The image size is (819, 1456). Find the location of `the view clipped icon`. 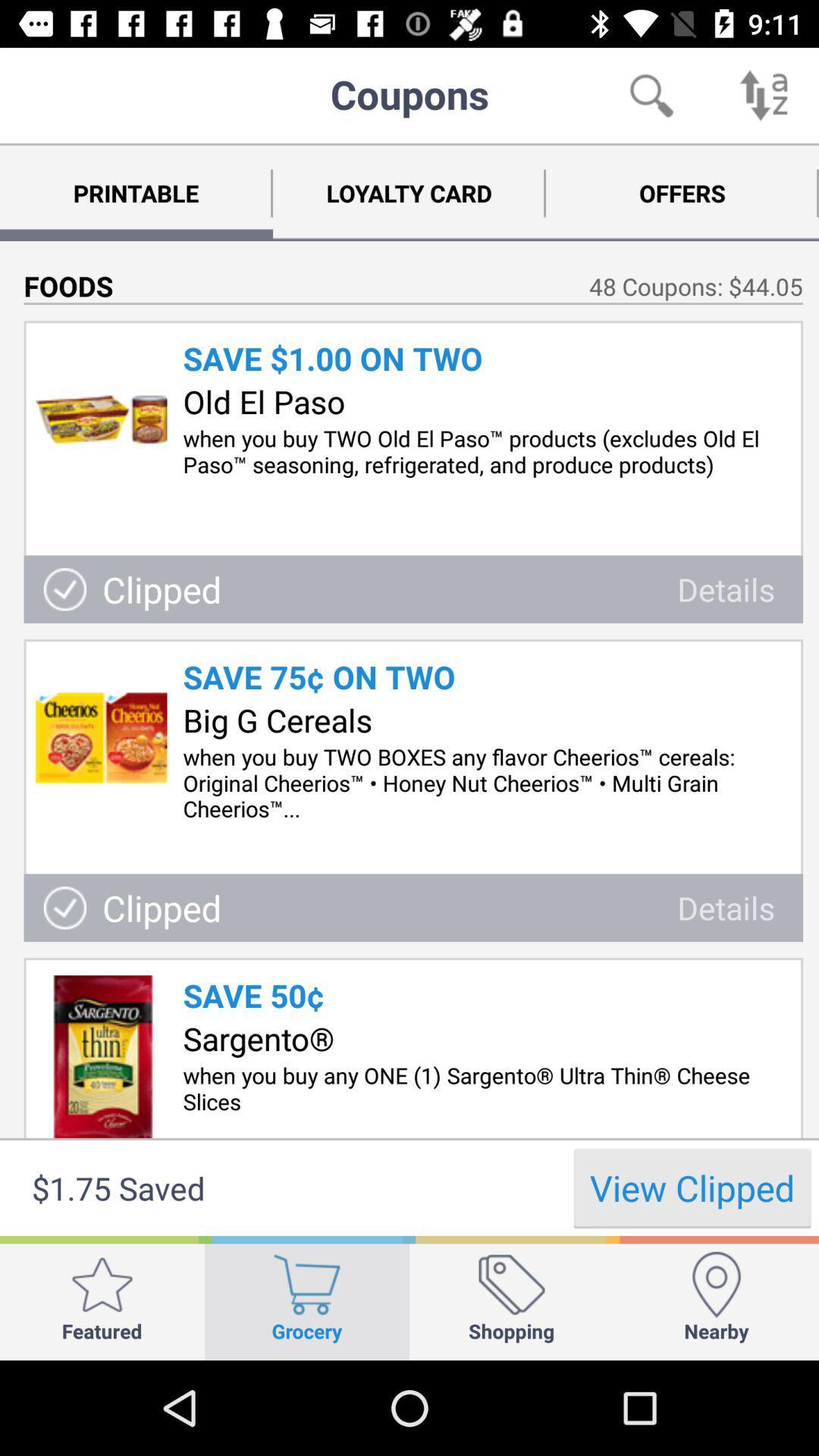

the view clipped icon is located at coordinates (692, 1187).